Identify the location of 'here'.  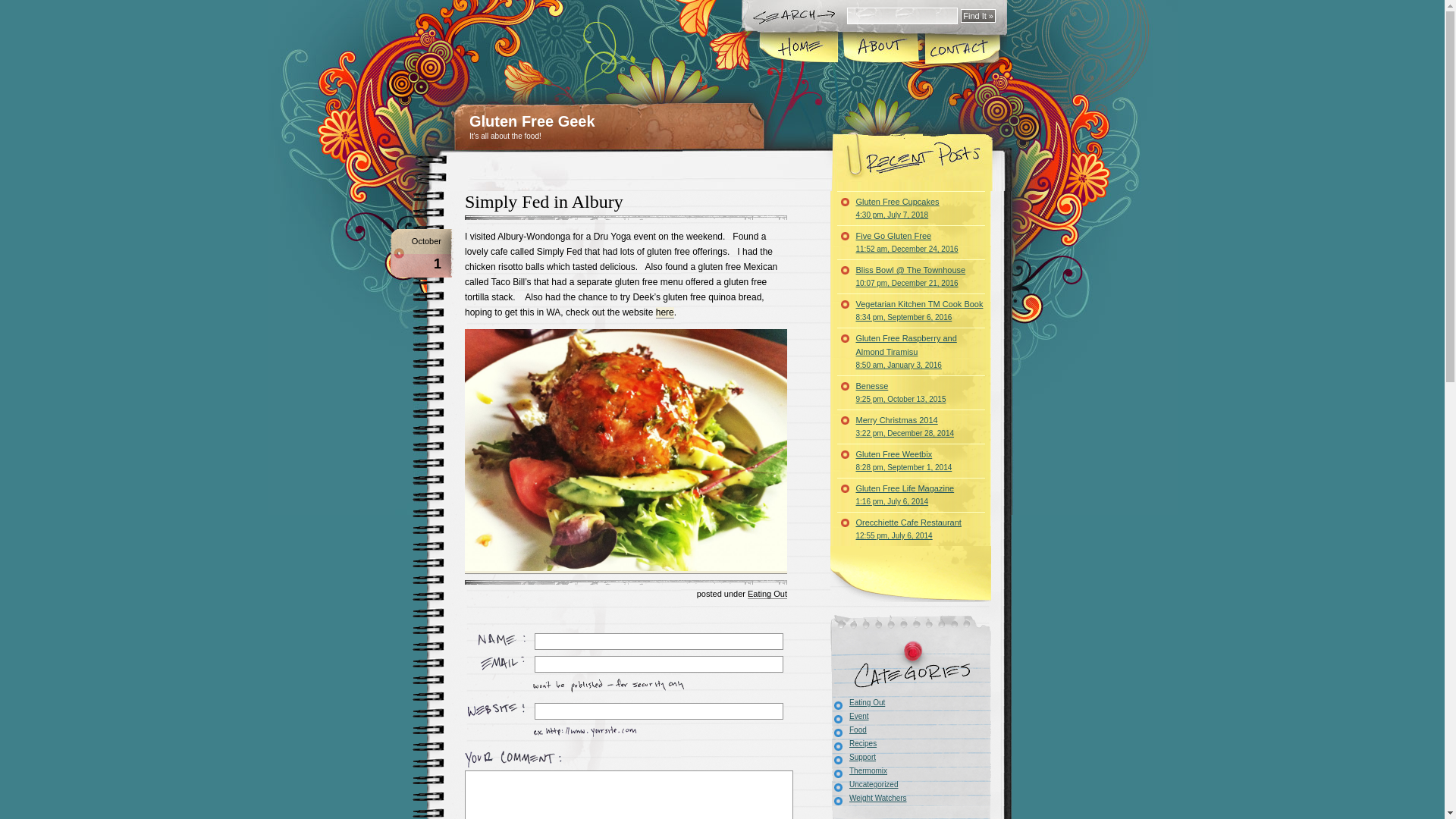
(655, 312).